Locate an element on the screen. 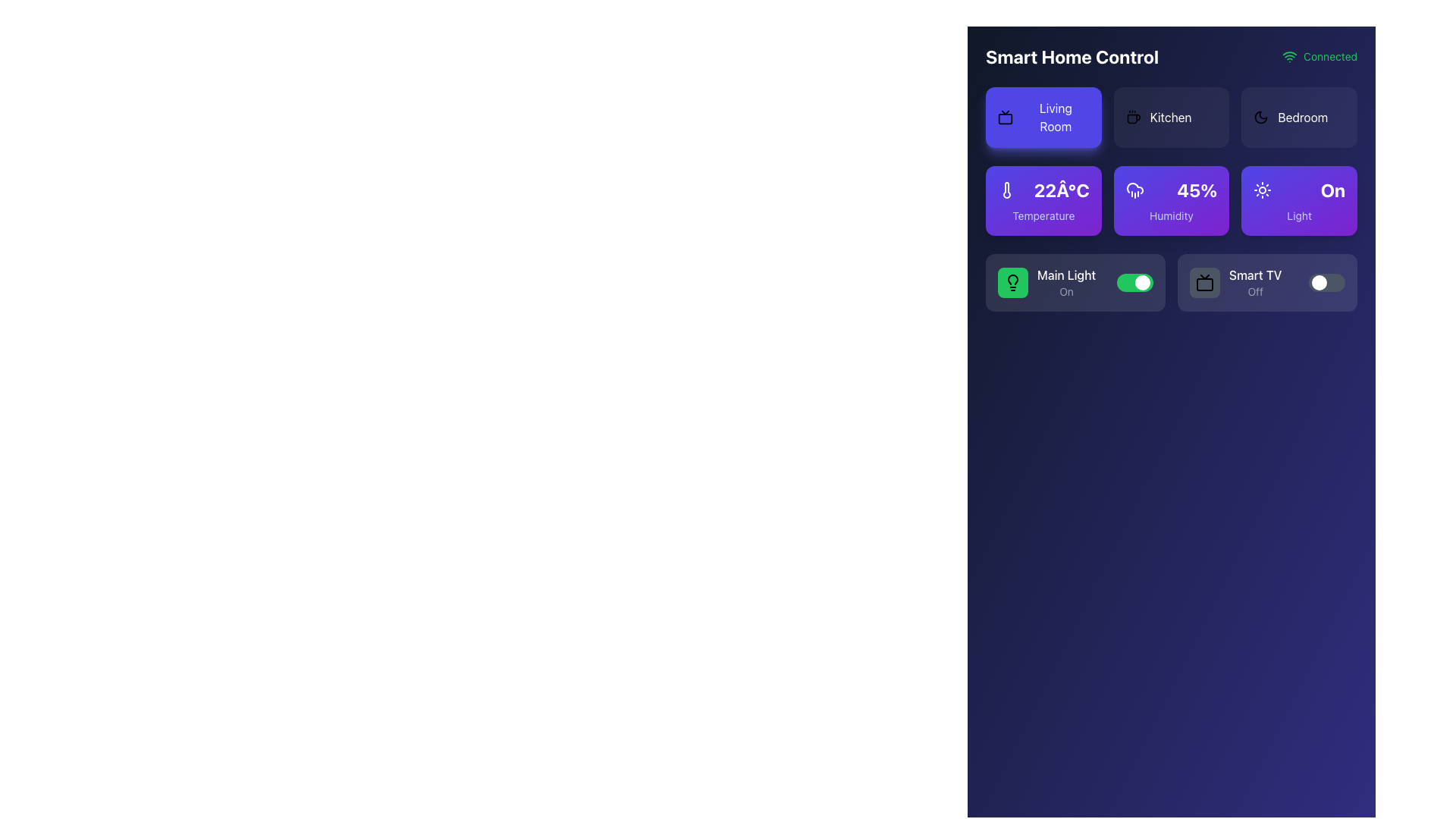 Image resolution: width=1456 pixels, height=819 pixels. the toggle switch for the 'Main Light' control located in the 'Smart Home Control' section is located at coordinates (1075, 283).